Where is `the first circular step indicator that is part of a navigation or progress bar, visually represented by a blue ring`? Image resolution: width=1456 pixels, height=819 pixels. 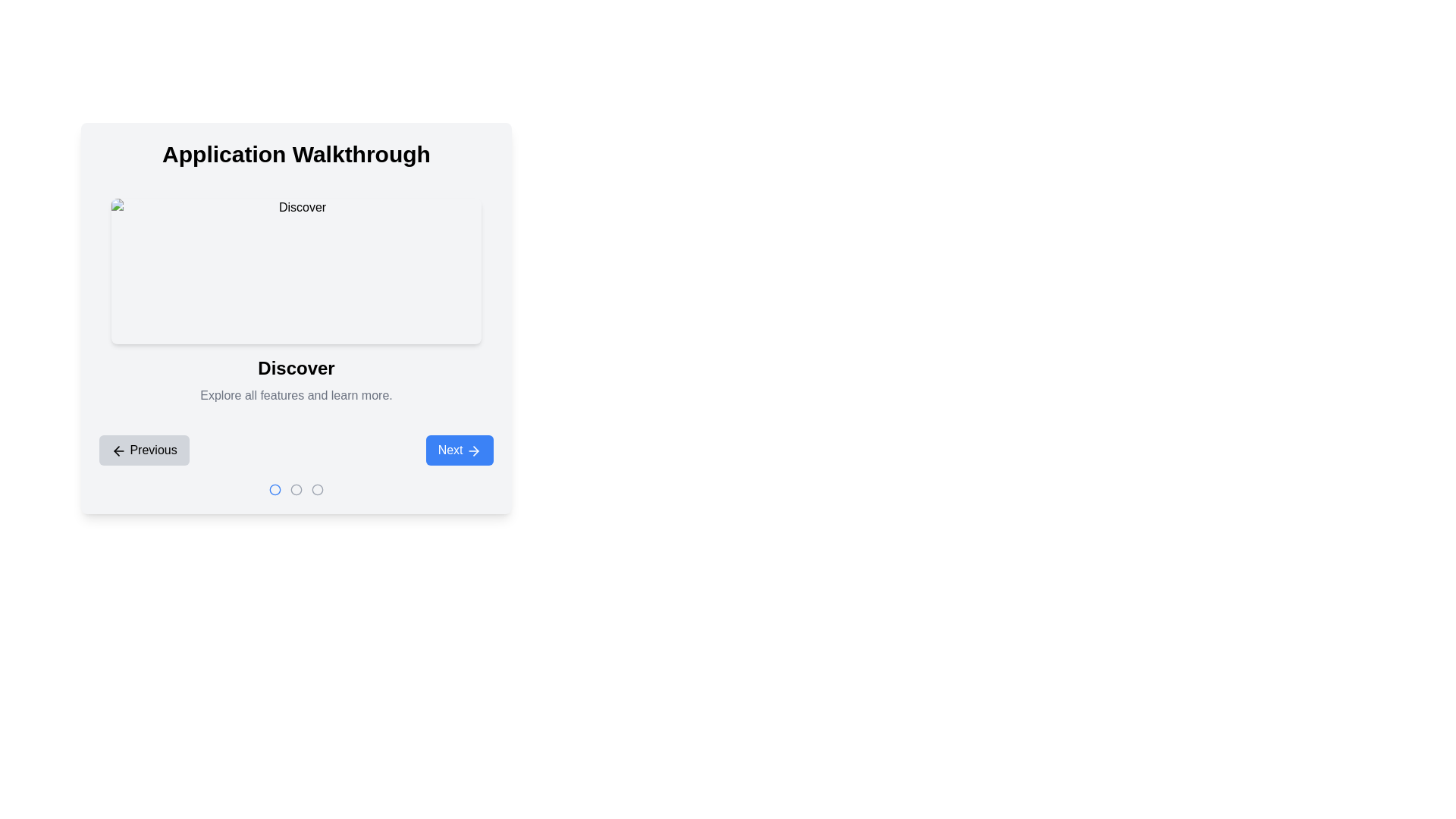
the first circular step indicator that is part of a navigation or progress bar, visually represented by a blue ring is located at coordinates (275, 489).